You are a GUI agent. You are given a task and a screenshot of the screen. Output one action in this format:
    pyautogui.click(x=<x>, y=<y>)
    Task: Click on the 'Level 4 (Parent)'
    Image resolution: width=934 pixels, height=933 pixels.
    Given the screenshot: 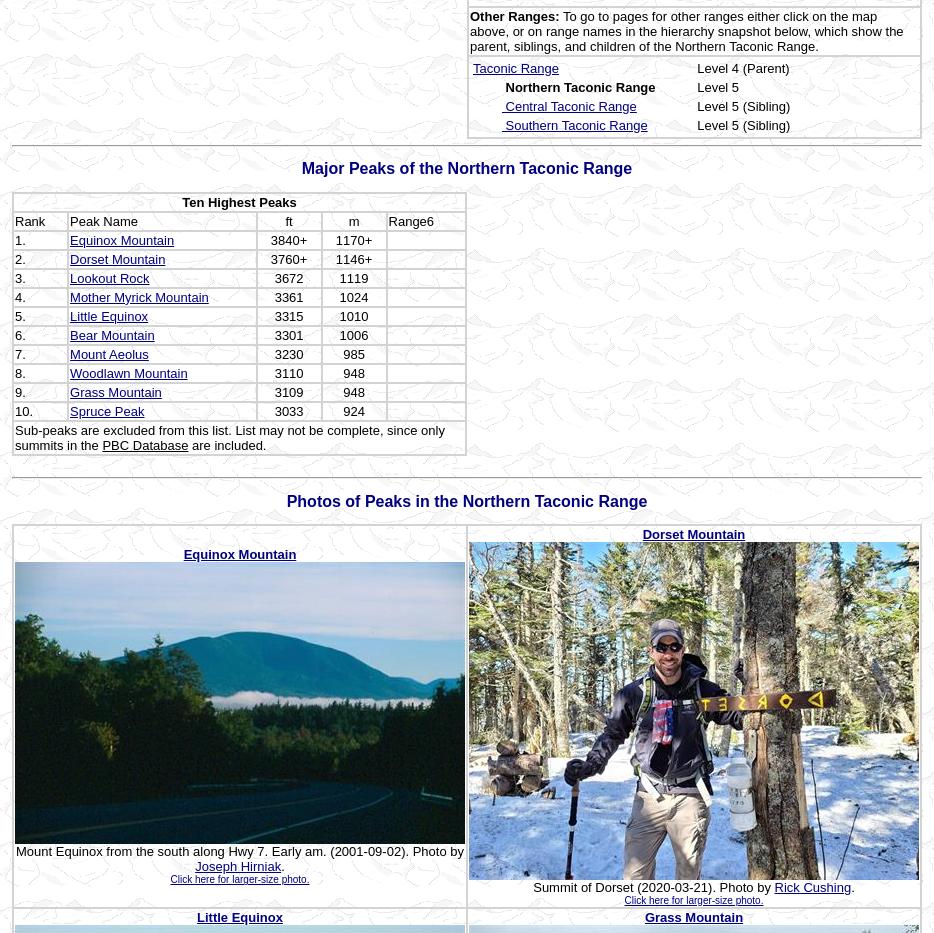 What is the action you would take?
    pyautogui.click(x=696, y=67)
    